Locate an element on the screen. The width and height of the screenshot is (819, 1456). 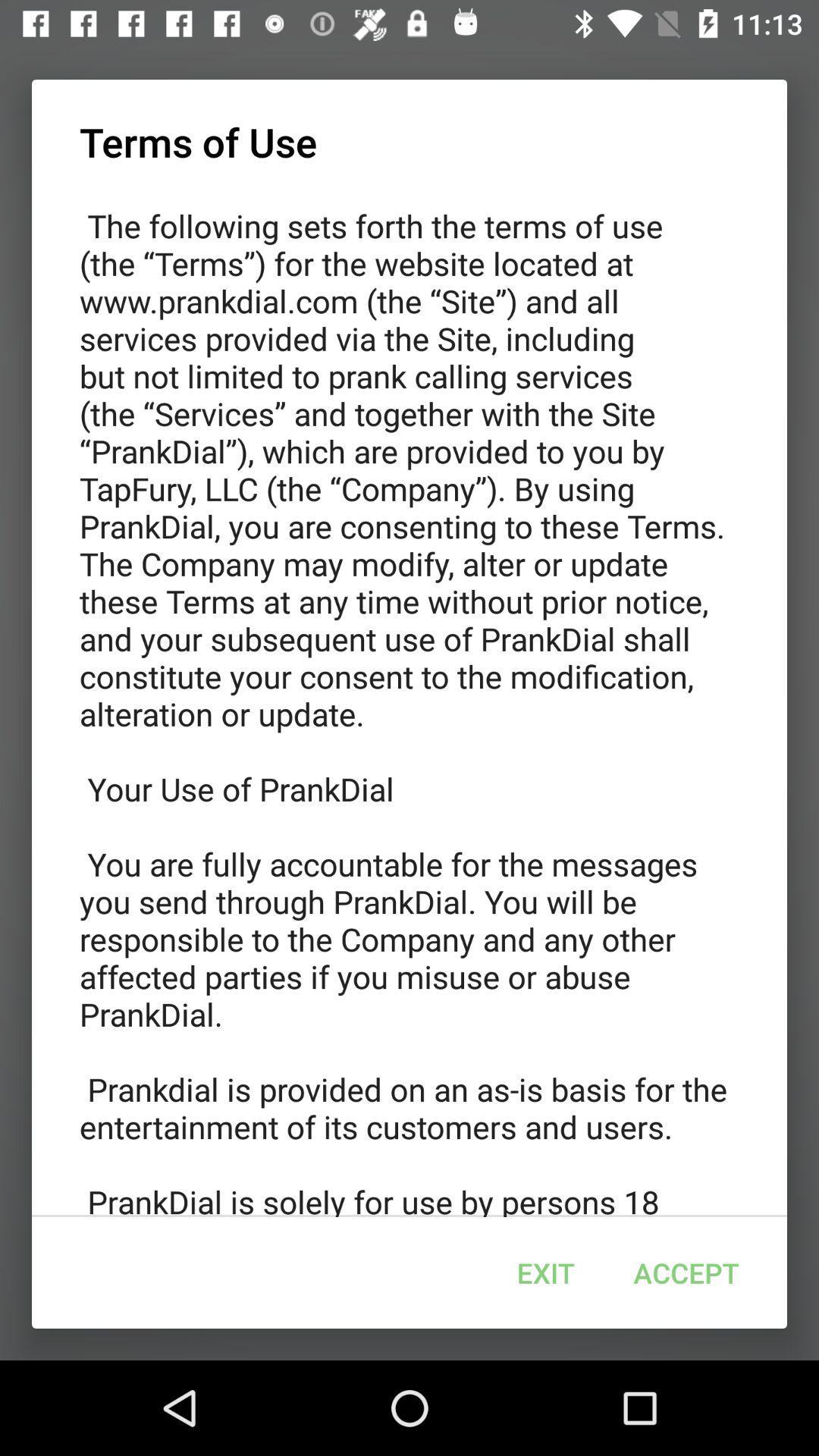
exit is located at coordinates (546, 1272).